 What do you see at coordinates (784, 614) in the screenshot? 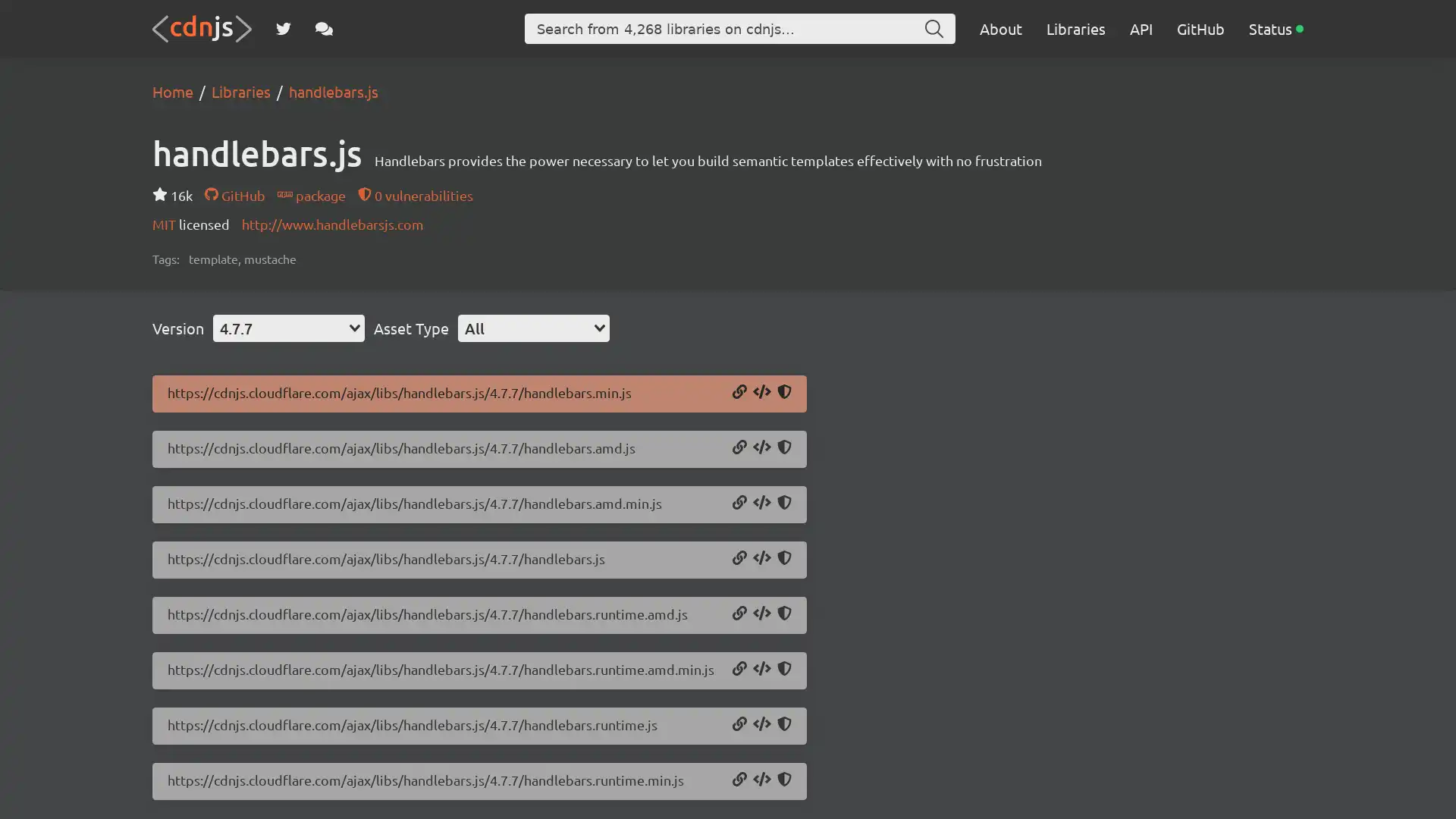
I see `Copy SRI Hash` at bounding box center [784, 614].